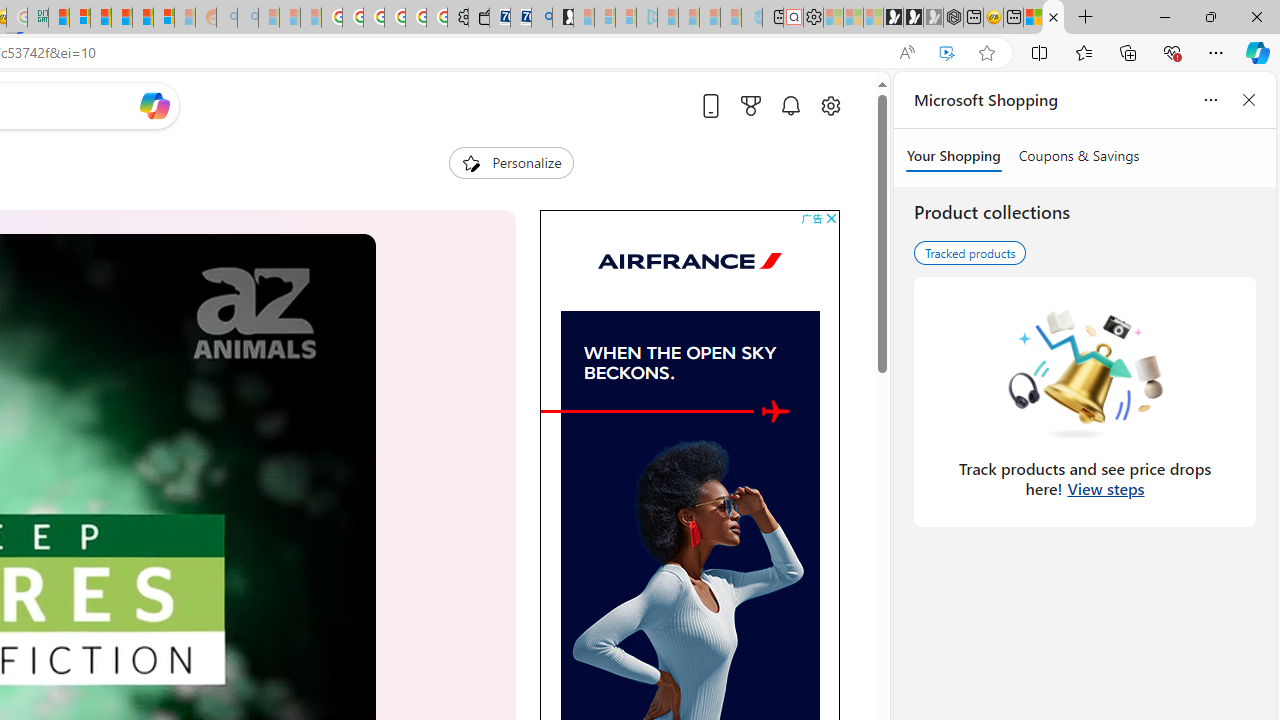 The image size is (1280, 720). Describe the element at coordinates (892, 17) in the screenshot. I see `'Play Free Online Games | Games from Microsoft Start'` at that location.